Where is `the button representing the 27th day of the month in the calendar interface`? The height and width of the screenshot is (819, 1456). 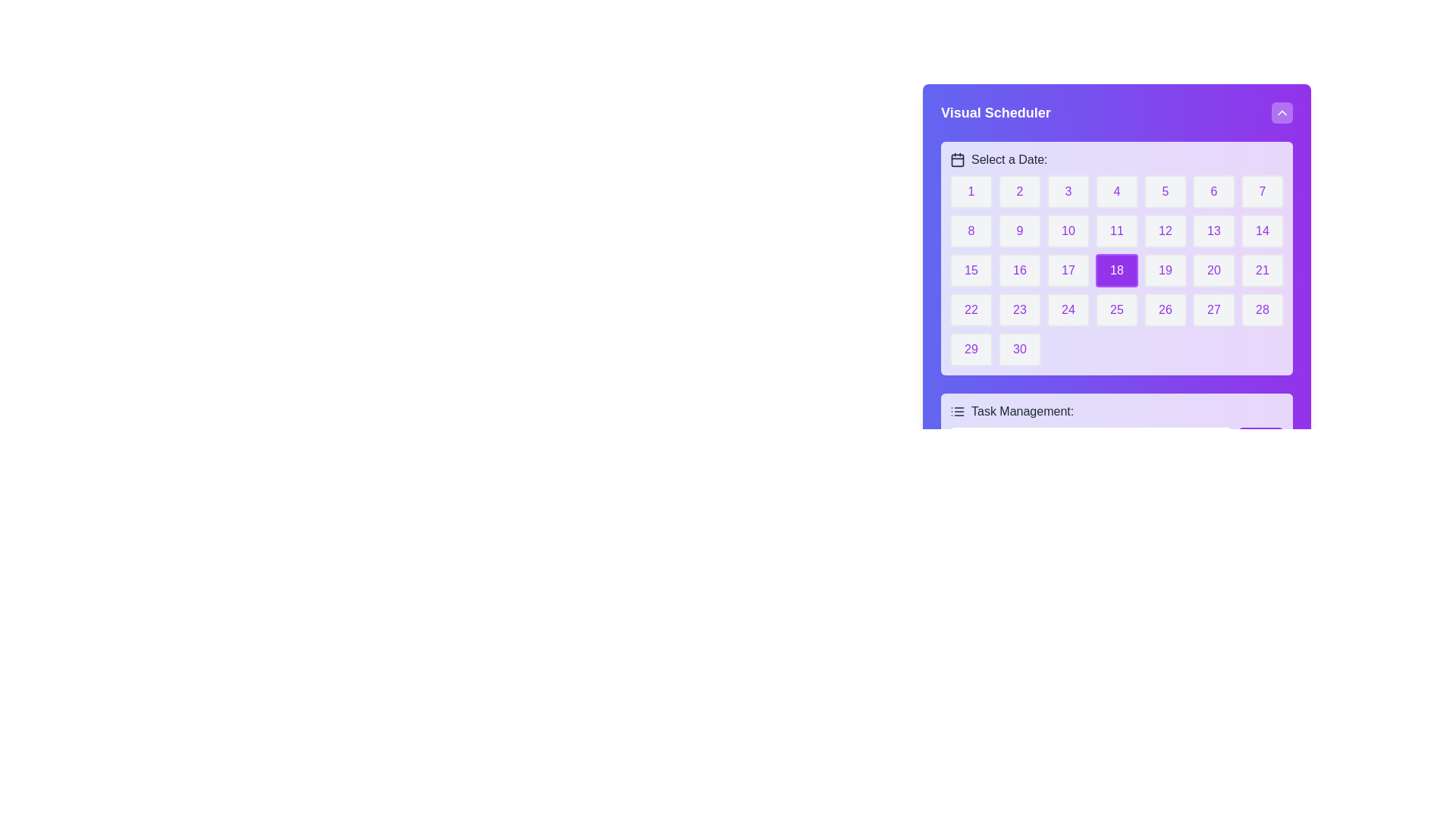 the button representing the 27th day of the month in the calendar interface is located at coordinates (1214, 309).